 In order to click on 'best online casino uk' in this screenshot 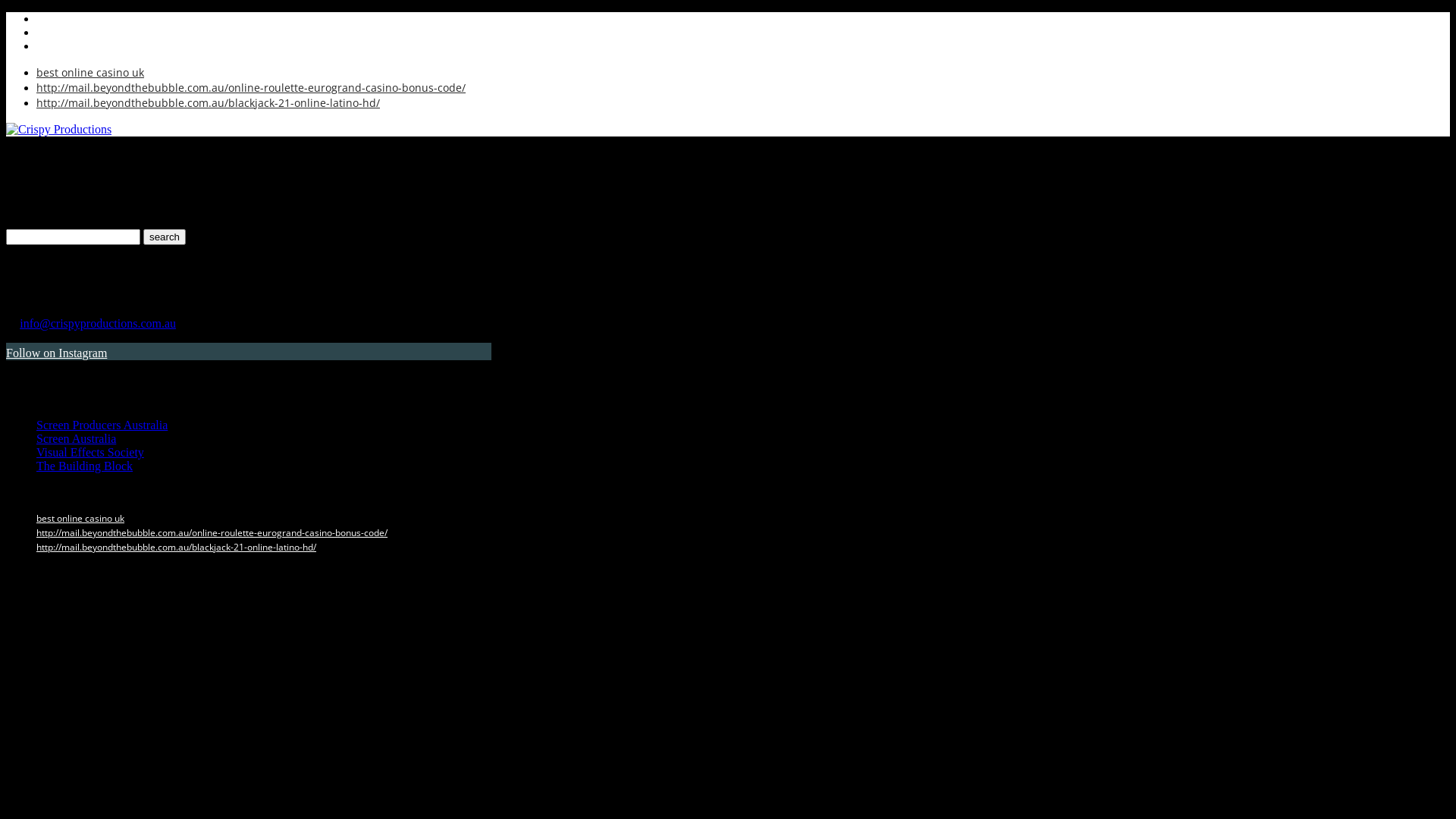, I will do `click(79, 517)`.